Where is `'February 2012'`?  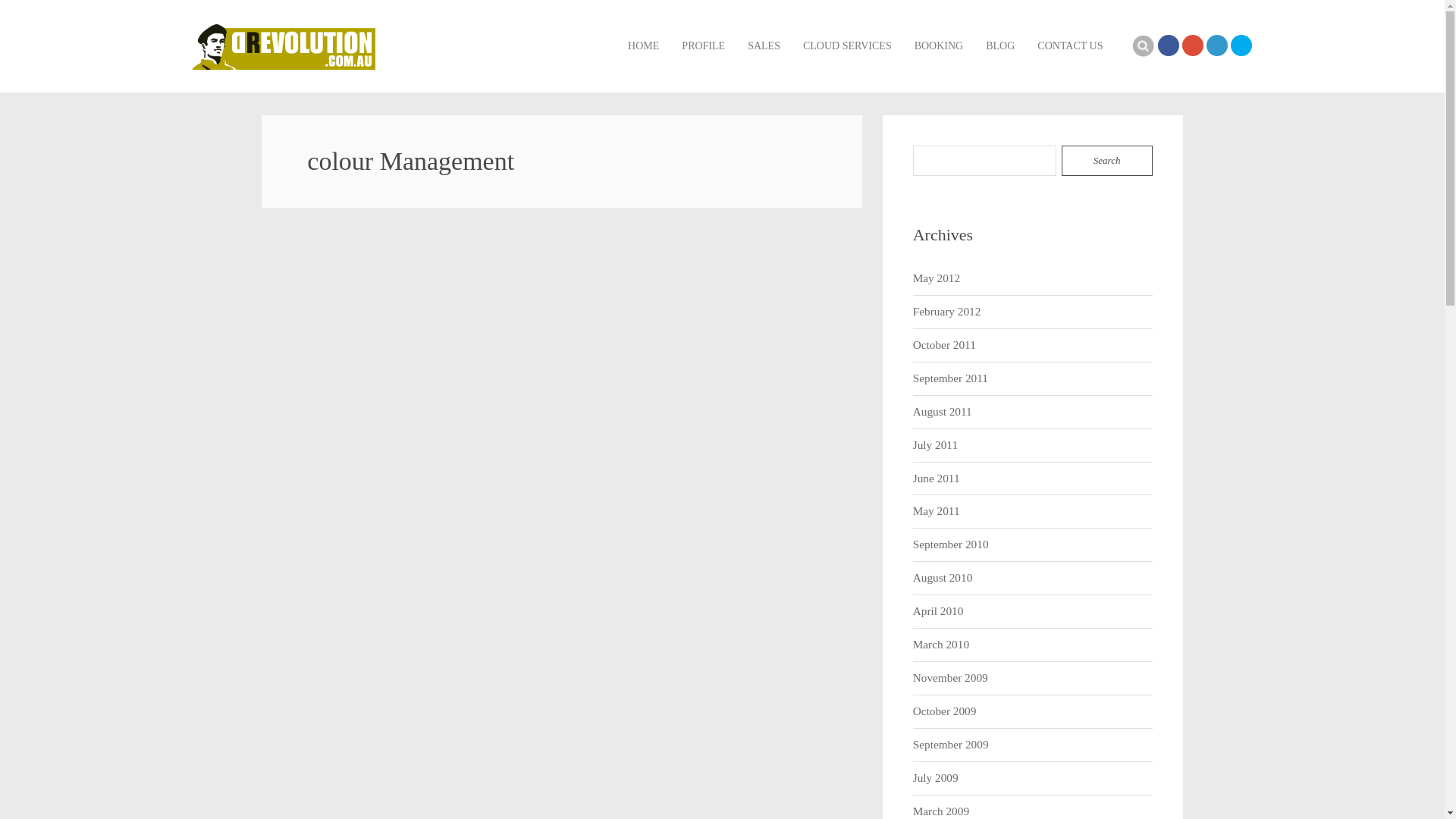 'February 2012' is located at coordinates (946, 311).